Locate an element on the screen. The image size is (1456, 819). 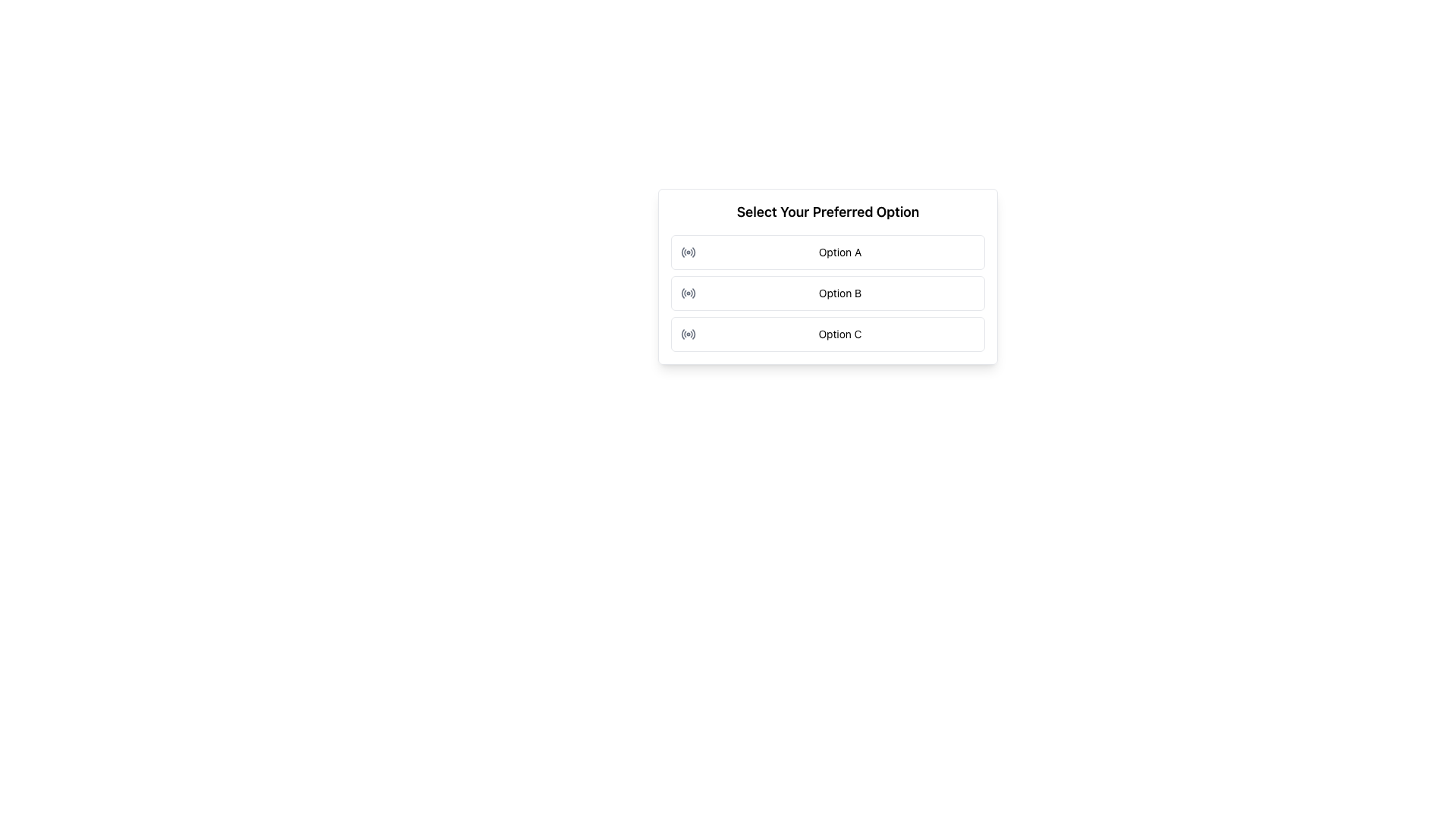
the radio button labeled 'Option A' is located at coordinates (687, 251).